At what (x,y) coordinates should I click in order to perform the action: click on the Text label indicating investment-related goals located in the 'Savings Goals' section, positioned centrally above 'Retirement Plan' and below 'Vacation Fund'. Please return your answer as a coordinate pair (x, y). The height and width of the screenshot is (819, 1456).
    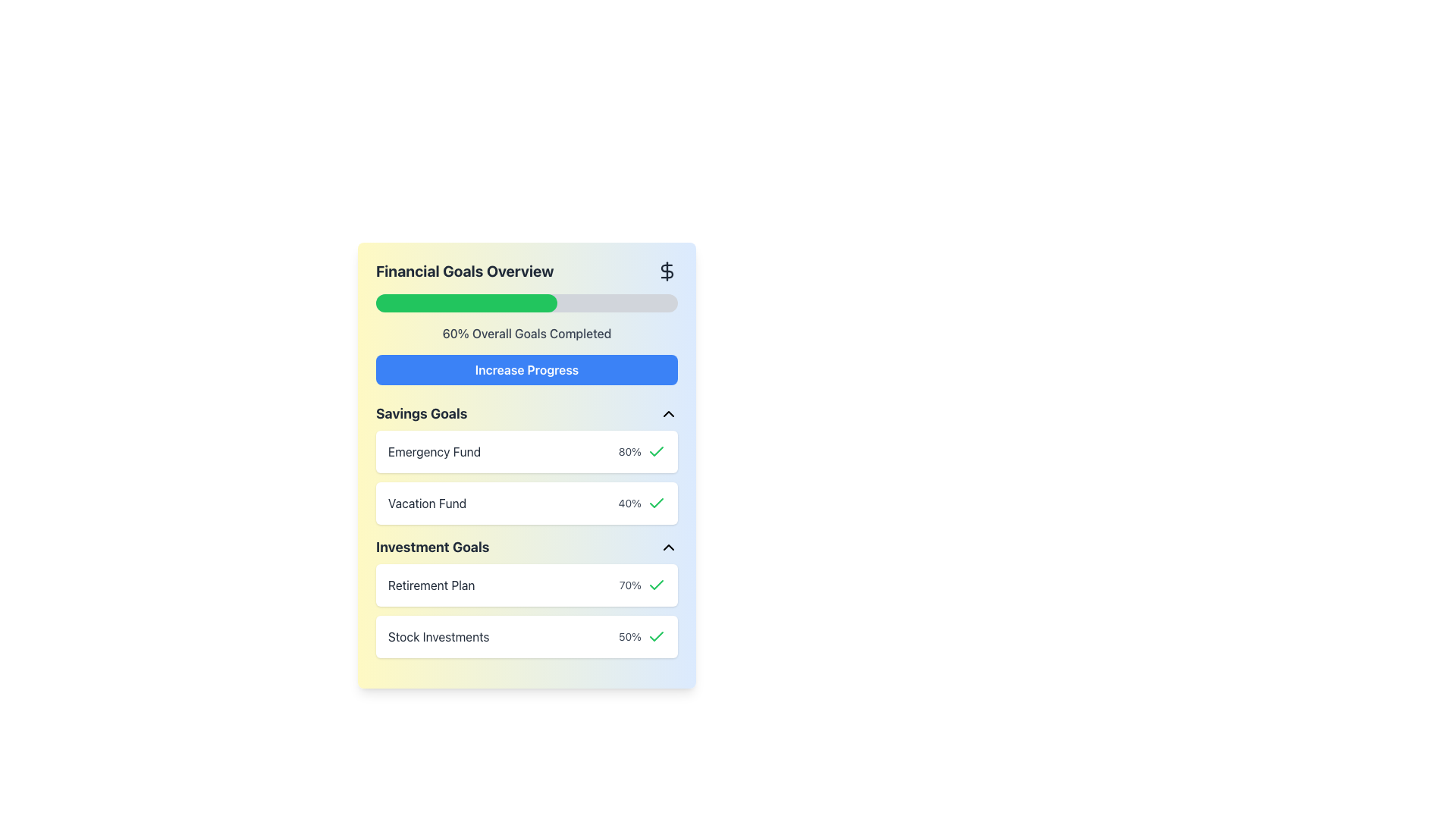
    Looking at the image, I should click on (431, 547).